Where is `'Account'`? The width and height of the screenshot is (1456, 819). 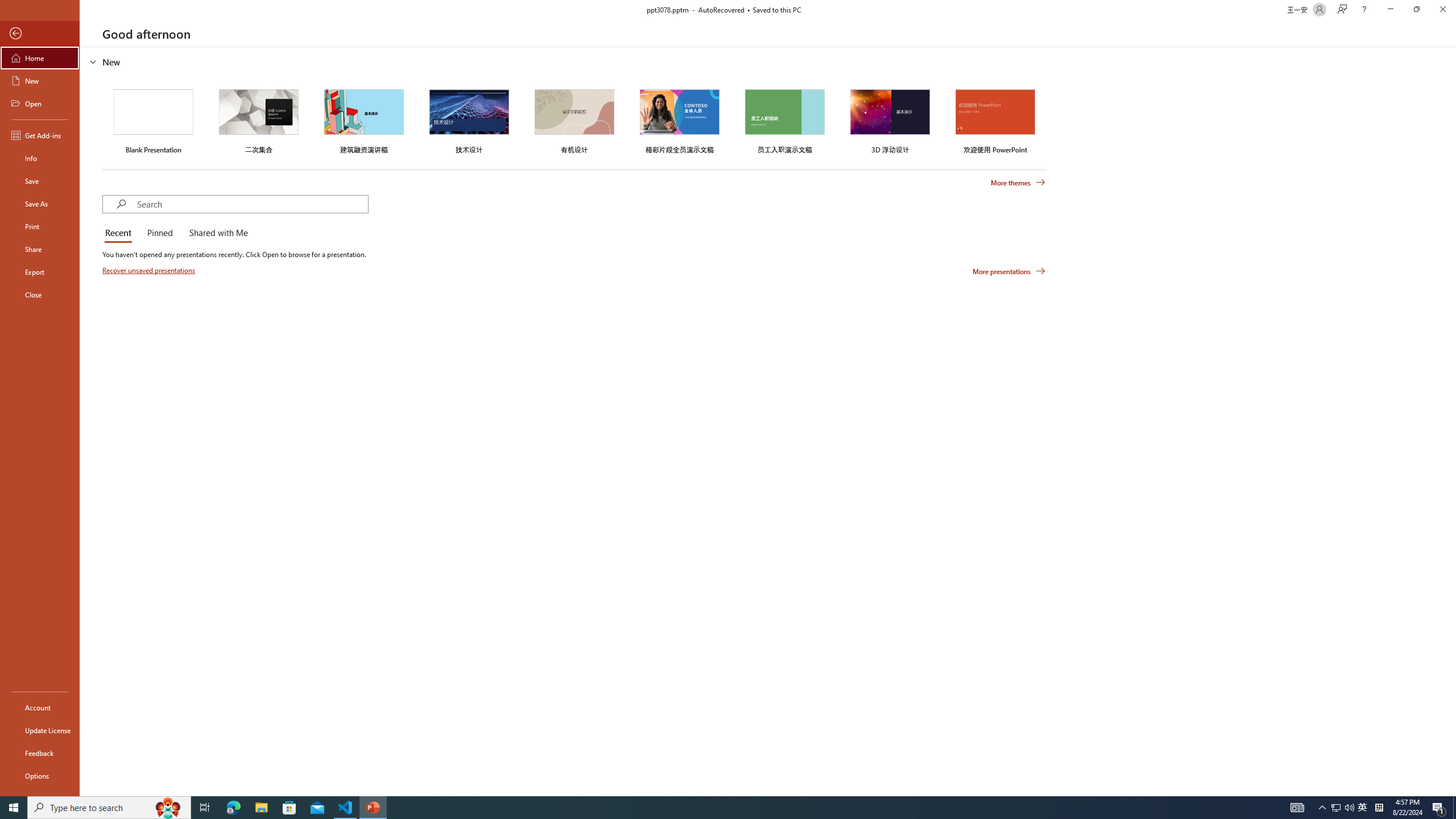
'Account' is located at coordinates (39, 708).